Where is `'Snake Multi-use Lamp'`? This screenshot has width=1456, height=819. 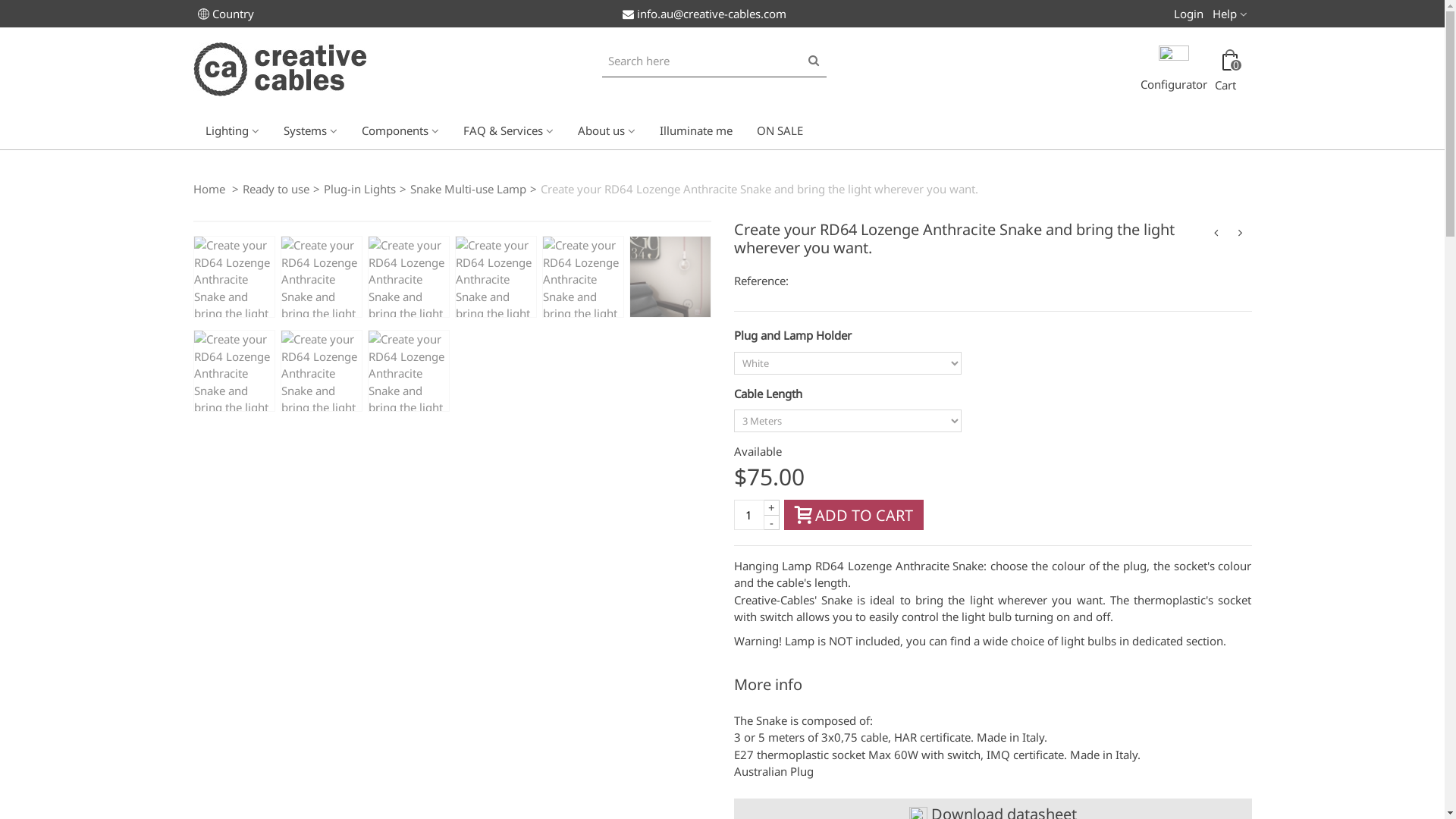 'Snake Multi-use Lamp' is located at coordinates (466, 187).